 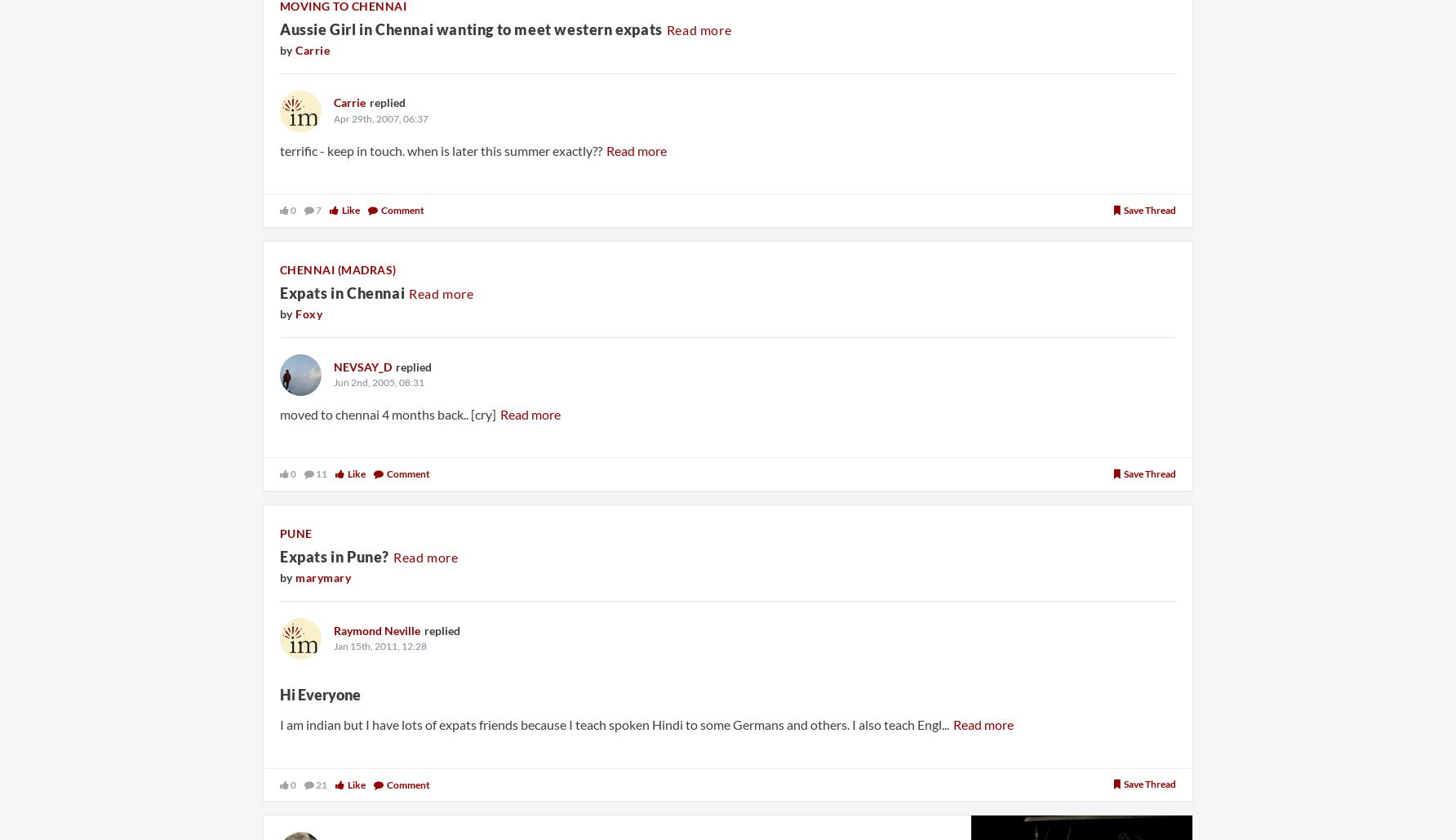 I want to click on 'Aussie Girl in Chennai wanting to meet western expats', so click(x=469, y=28).